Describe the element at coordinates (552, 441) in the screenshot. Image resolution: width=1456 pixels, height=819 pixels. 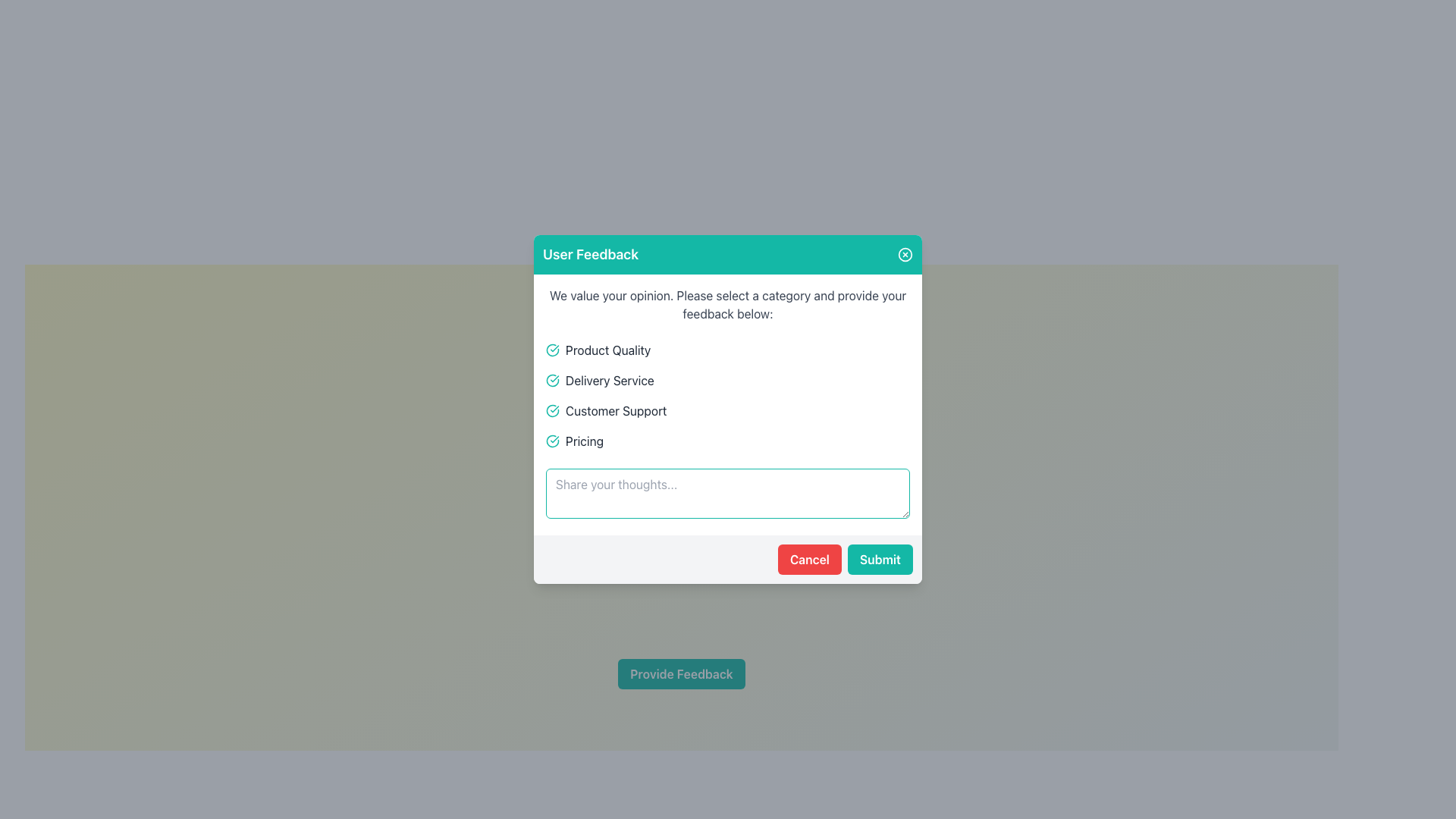
I see `the icon indicating the selection state of the 'Pricing' option in the feedback form, confirming its selected status` at that location.